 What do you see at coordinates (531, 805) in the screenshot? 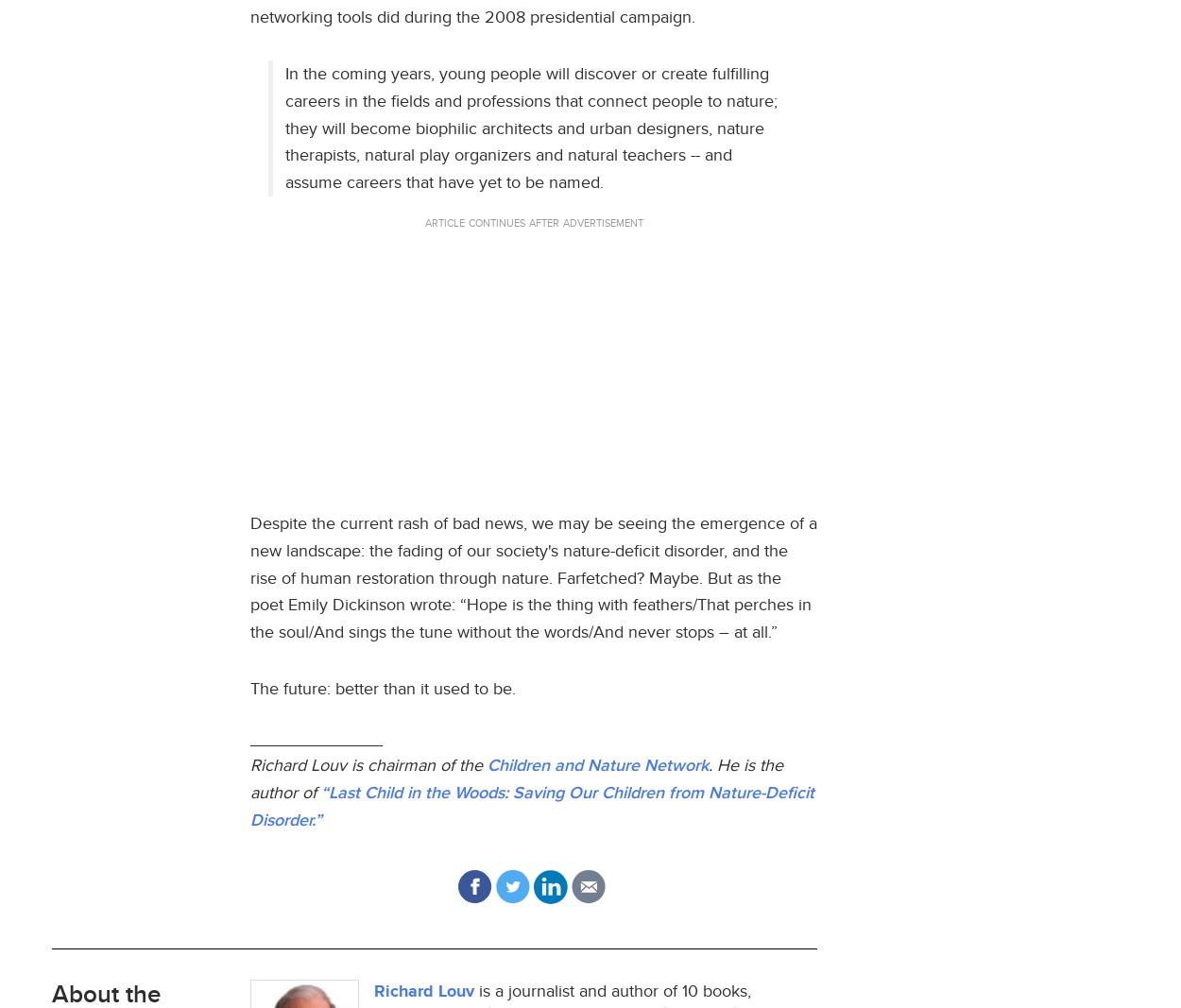
I see `'“Last Child in the Woods: Saving Our Children from Nature-Deficit Disorder.”'` at bounding box center [531, 805].